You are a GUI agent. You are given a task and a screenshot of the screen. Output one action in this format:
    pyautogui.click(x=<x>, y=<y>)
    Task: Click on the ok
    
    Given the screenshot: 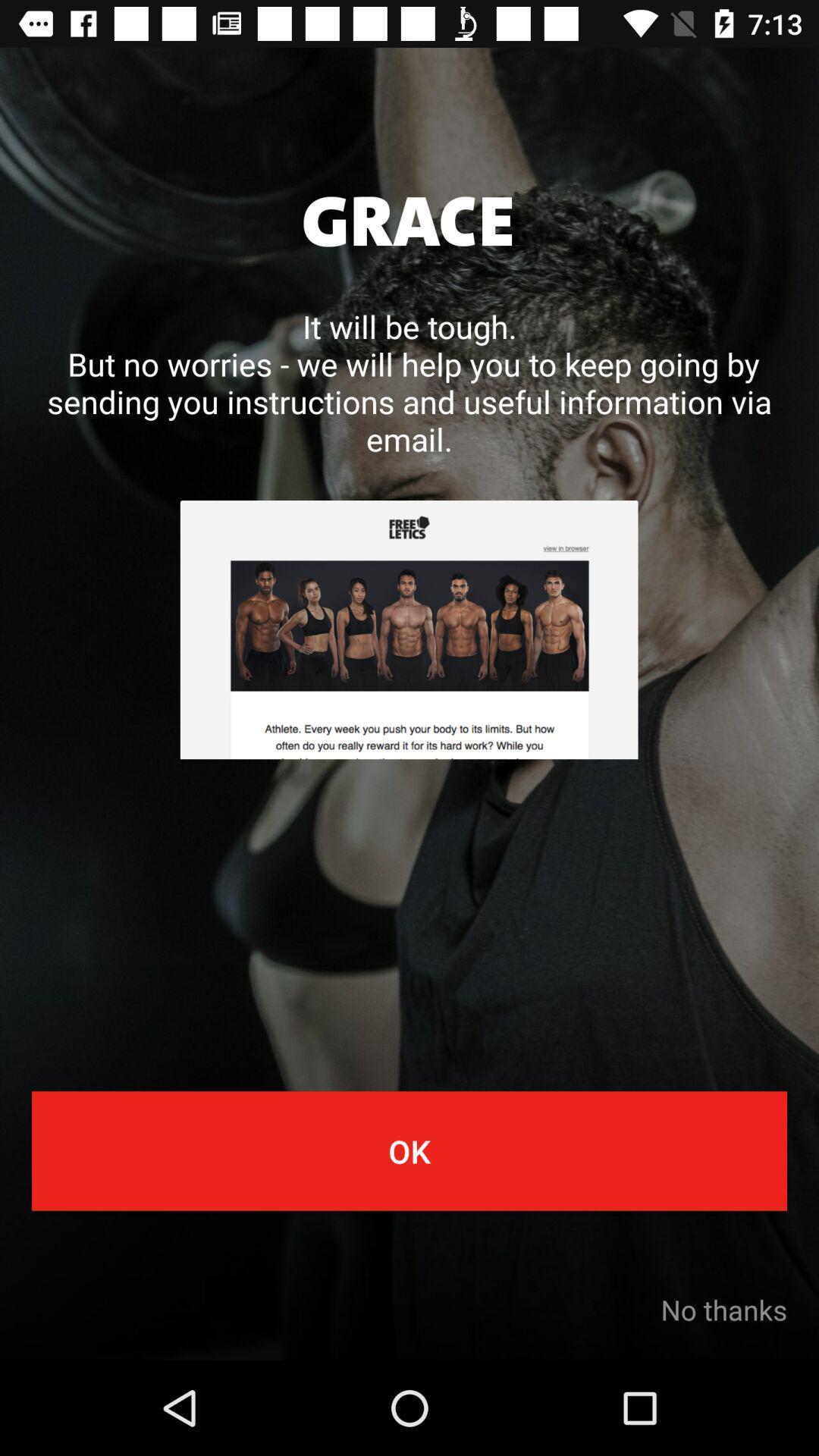 What is the action you would take?
    pyautogui.click(x=409, y=1150)
    